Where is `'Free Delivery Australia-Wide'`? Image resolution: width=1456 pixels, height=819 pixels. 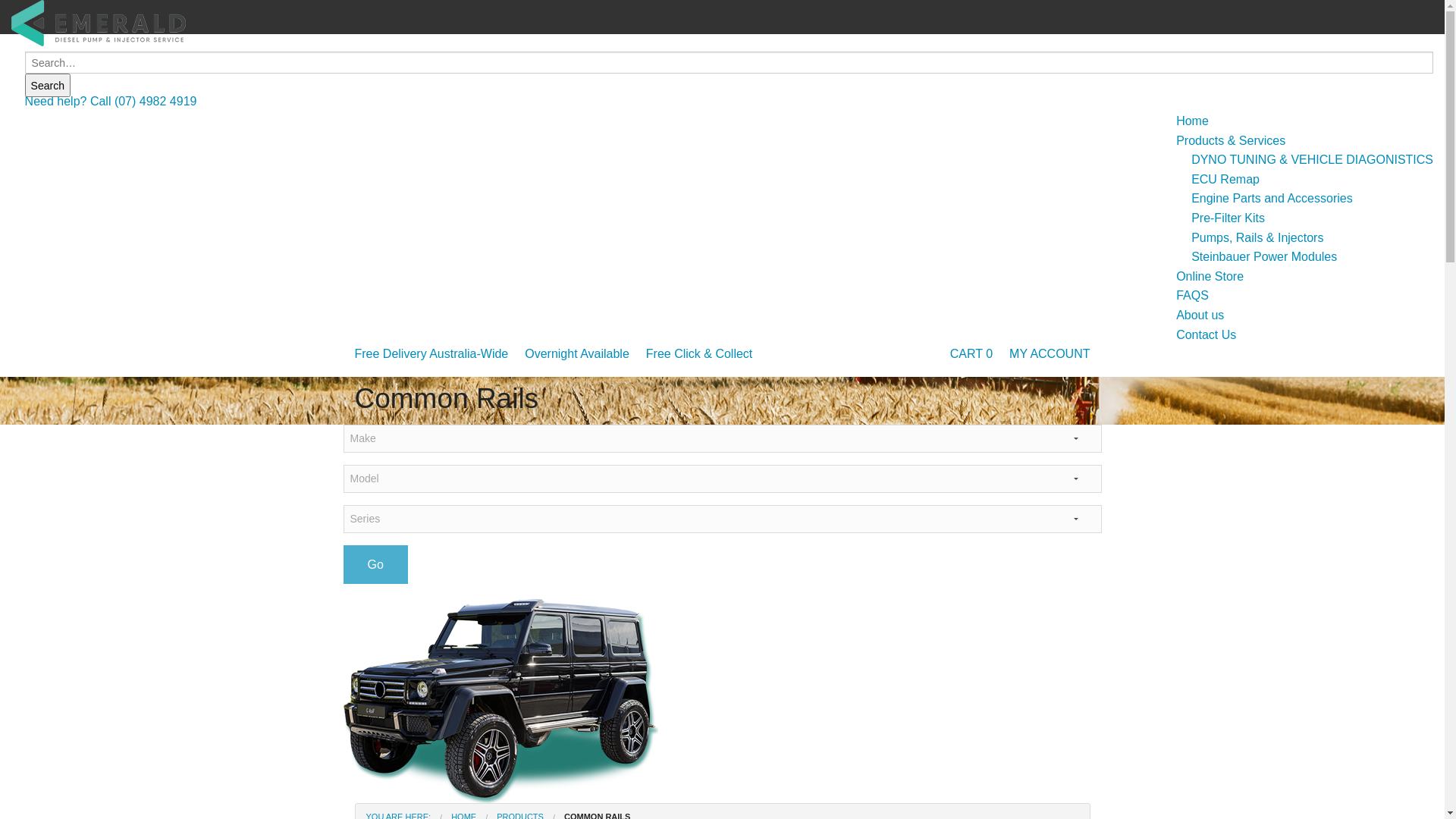 'Free Delivery Australia-Wide' is located at coordinates (431, 353).